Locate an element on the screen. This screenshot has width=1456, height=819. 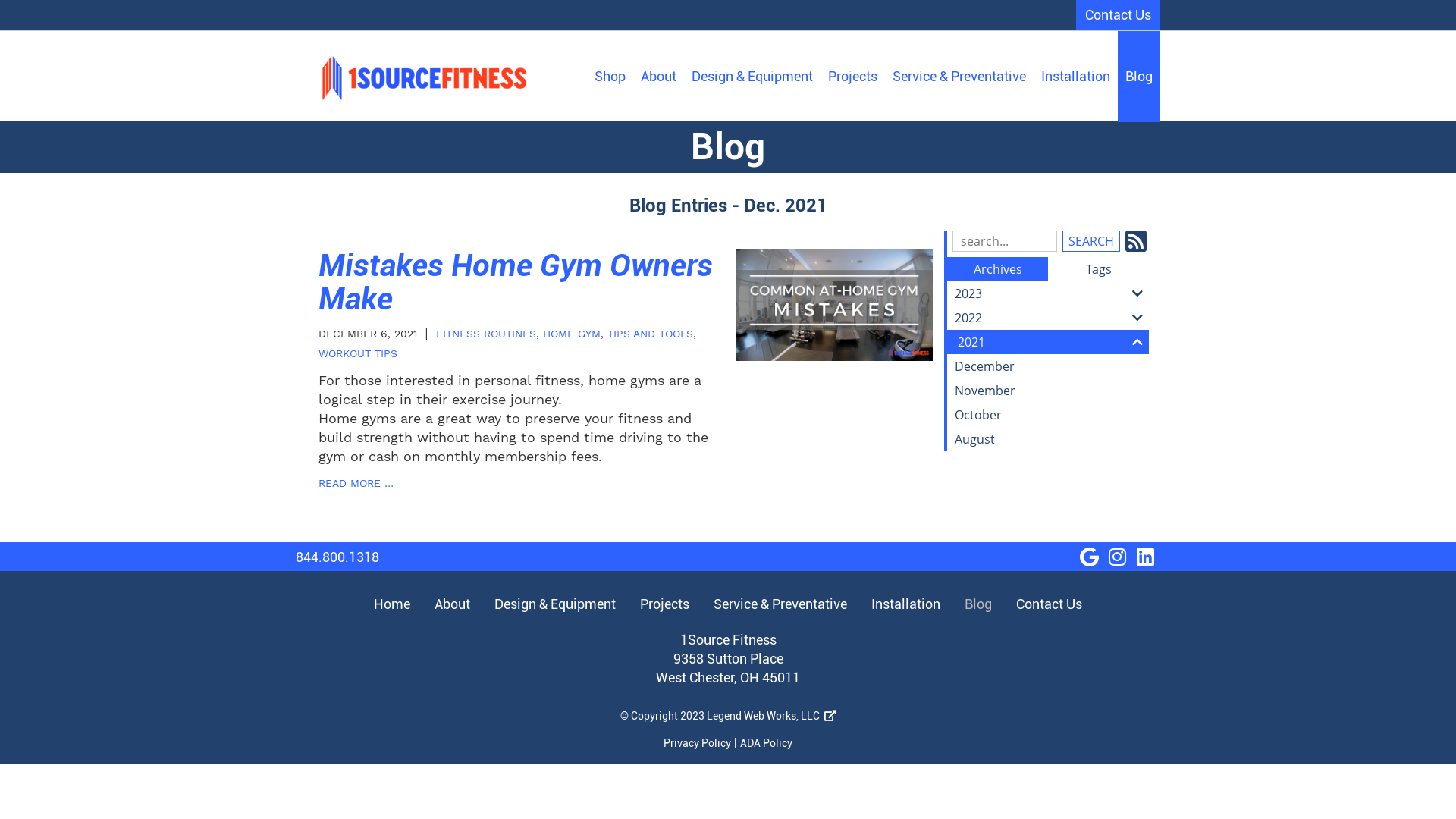
'Shop' is located at coordinates (610, 76).